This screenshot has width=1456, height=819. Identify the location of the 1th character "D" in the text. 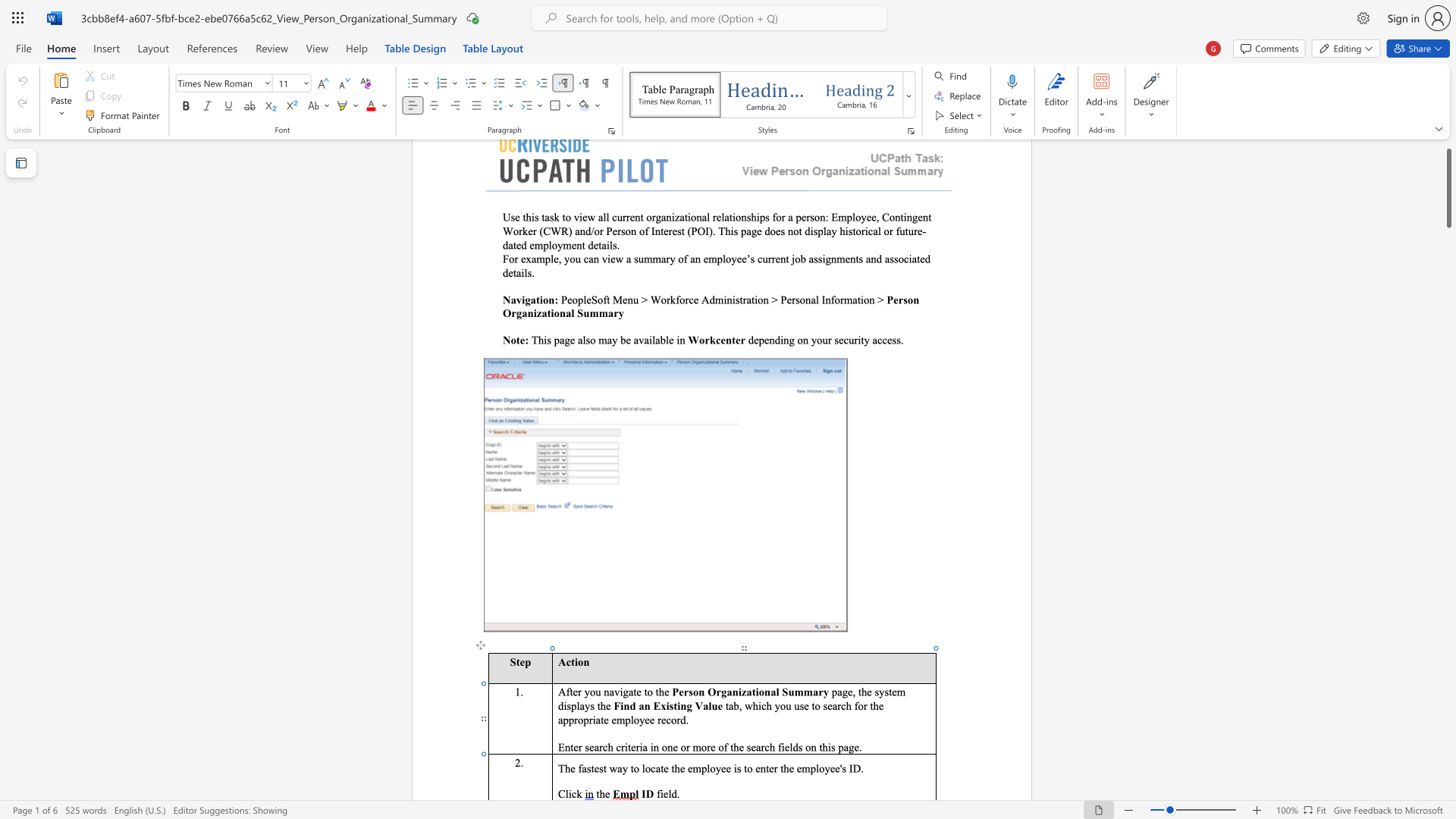
(856, 768).